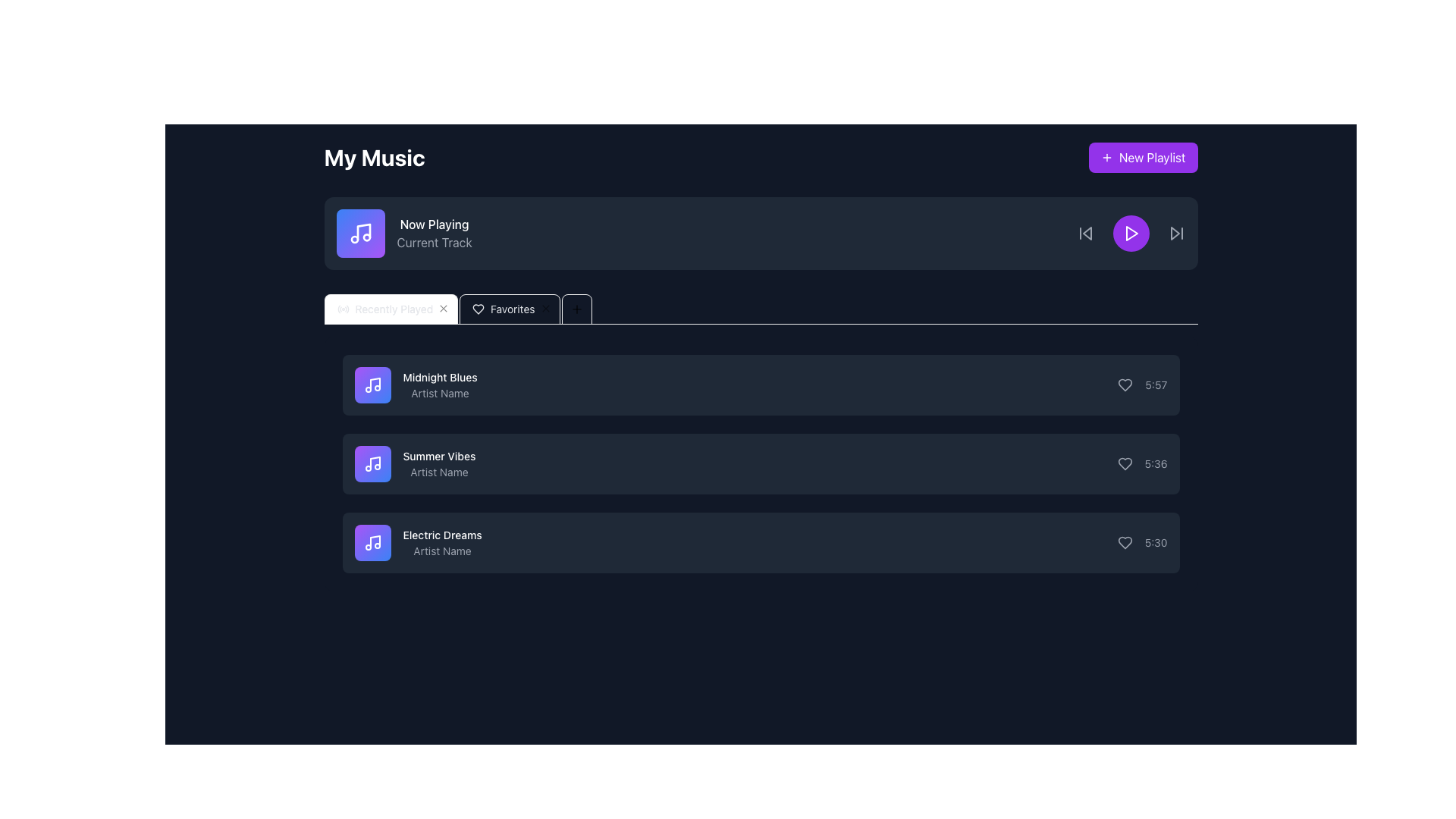 The image size is (1456, 819). I want to click on the text label displaying the title 'Midnight Blues' in the user's playlist, which is located in the first row under the 'Favorites' filter, so click(439, 376).